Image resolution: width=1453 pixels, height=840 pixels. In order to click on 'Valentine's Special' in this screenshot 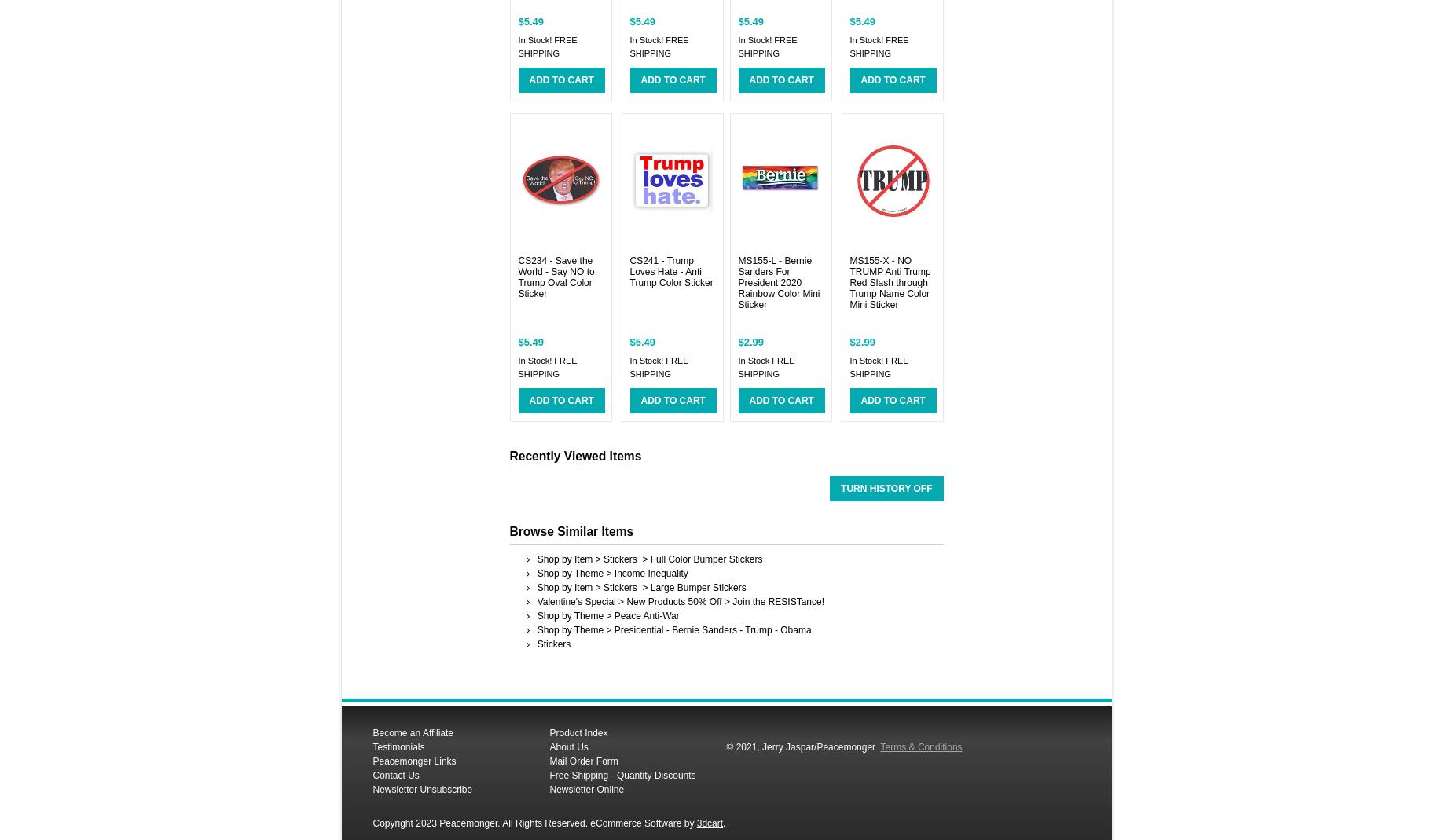, I will do `click(574, 600)`.